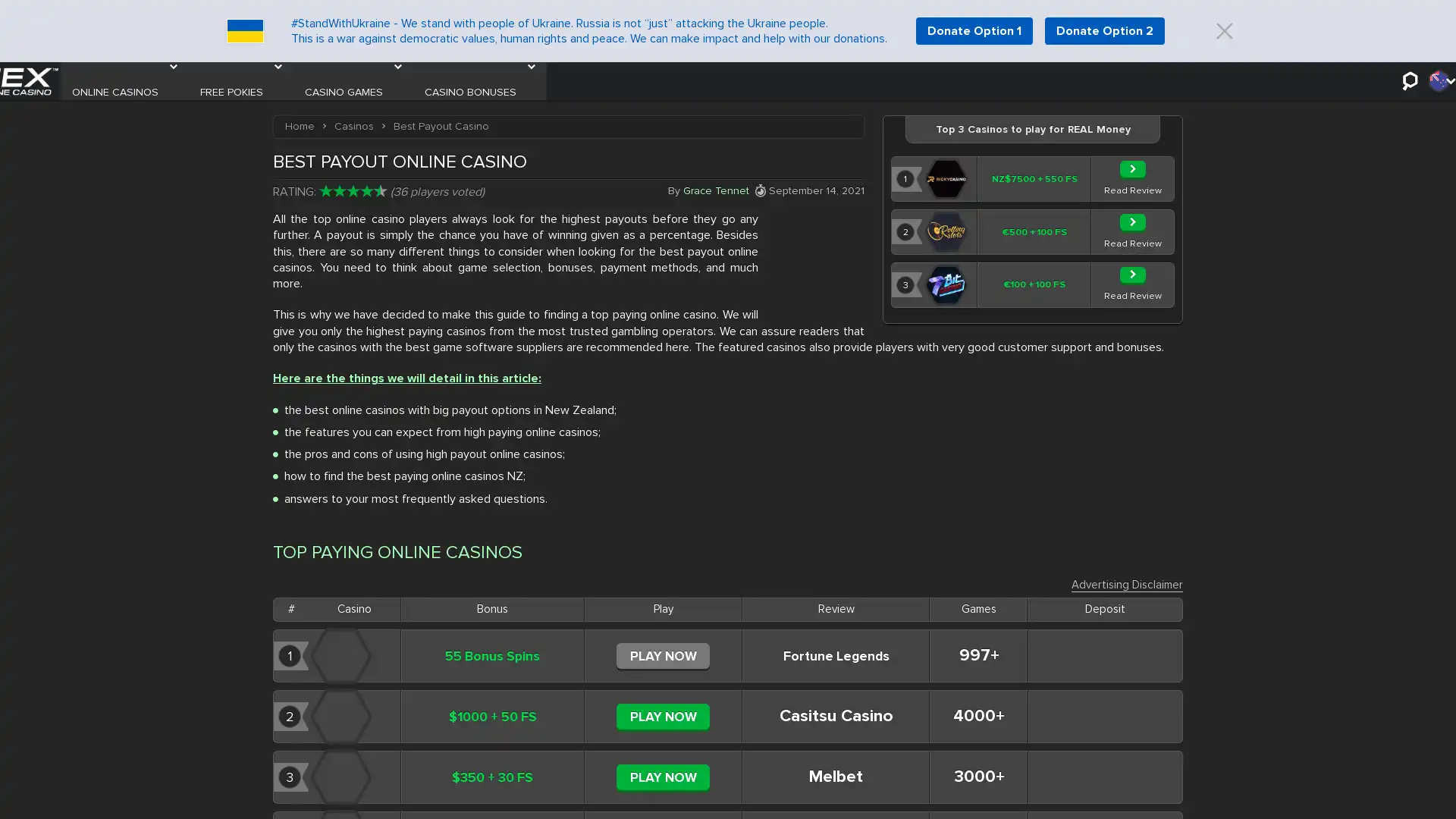 The height and width of the screenshot is (819, 1456). What do you see at coordinates (663, 724) in the screenshot?
I see `PLAY NOW` at bounding box center [663, 724].